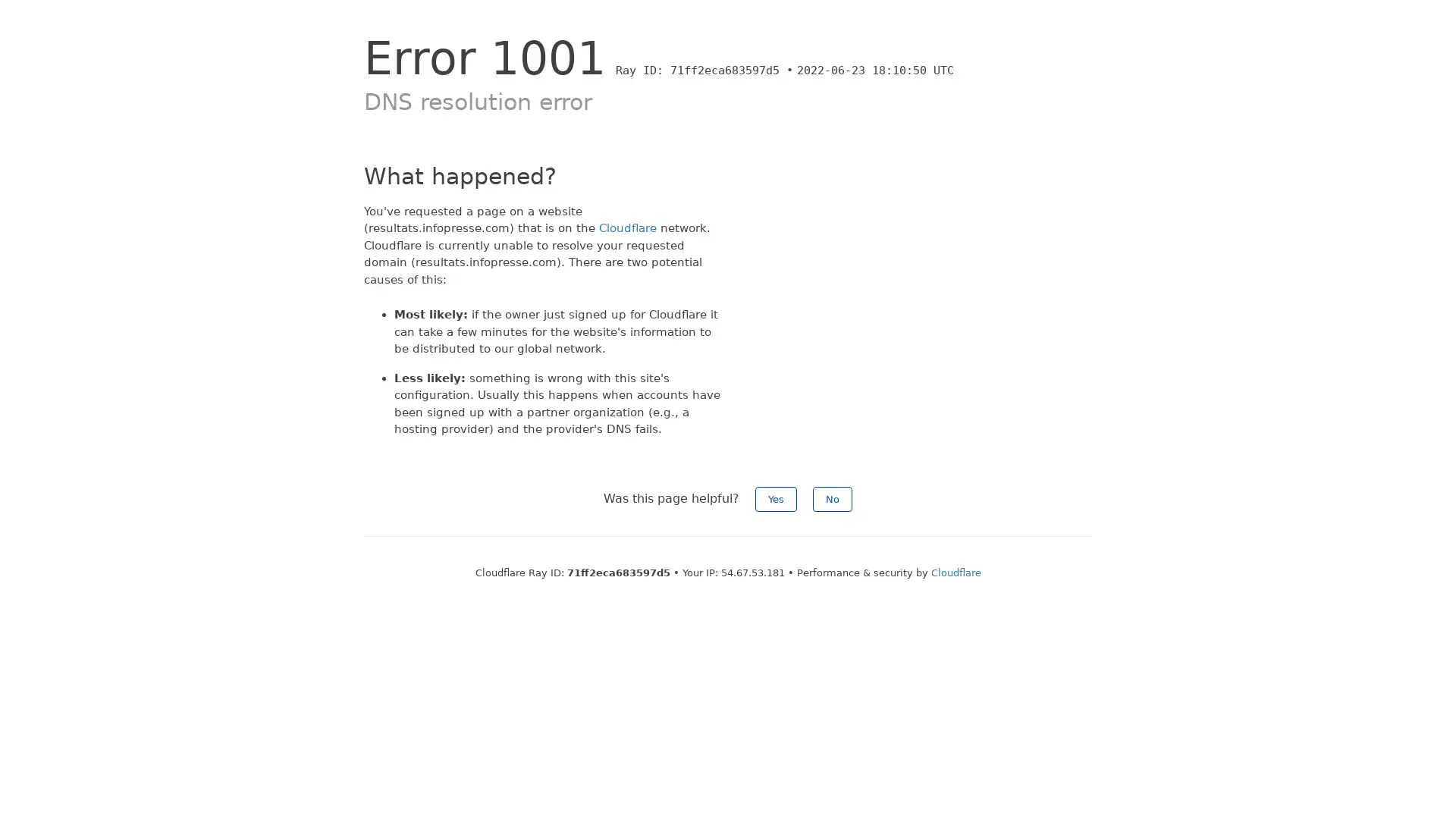 The image size is (1456, 819). Describe the element at coordinates (776, 498) in the screenshot. I see `Yes` at that location.